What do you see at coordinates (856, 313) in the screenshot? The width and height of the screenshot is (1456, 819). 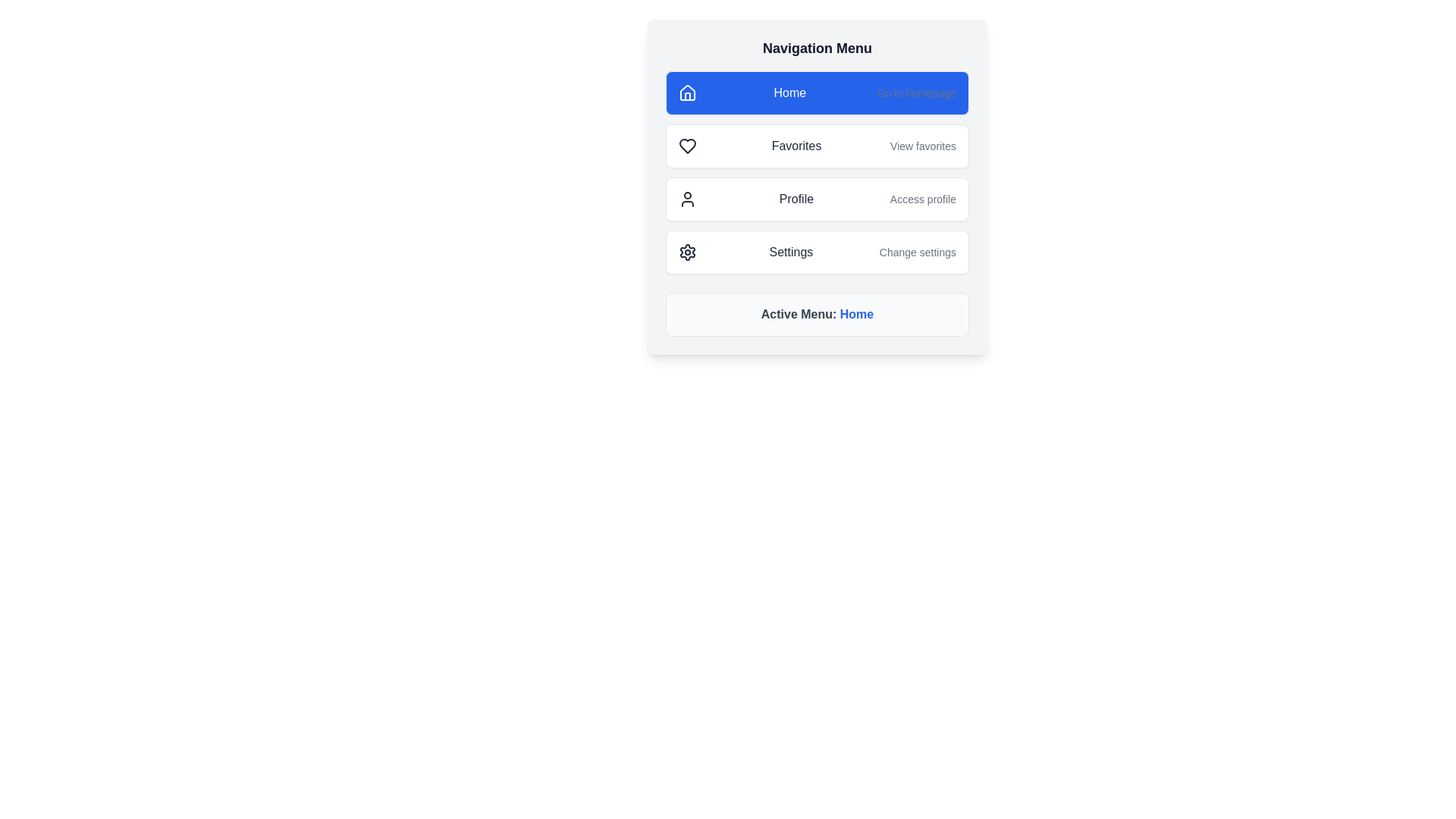 I see `the 'Home' text label which indicates the current active menu item under the heading 'Active Menu:'` at bounding box center [856, 313].